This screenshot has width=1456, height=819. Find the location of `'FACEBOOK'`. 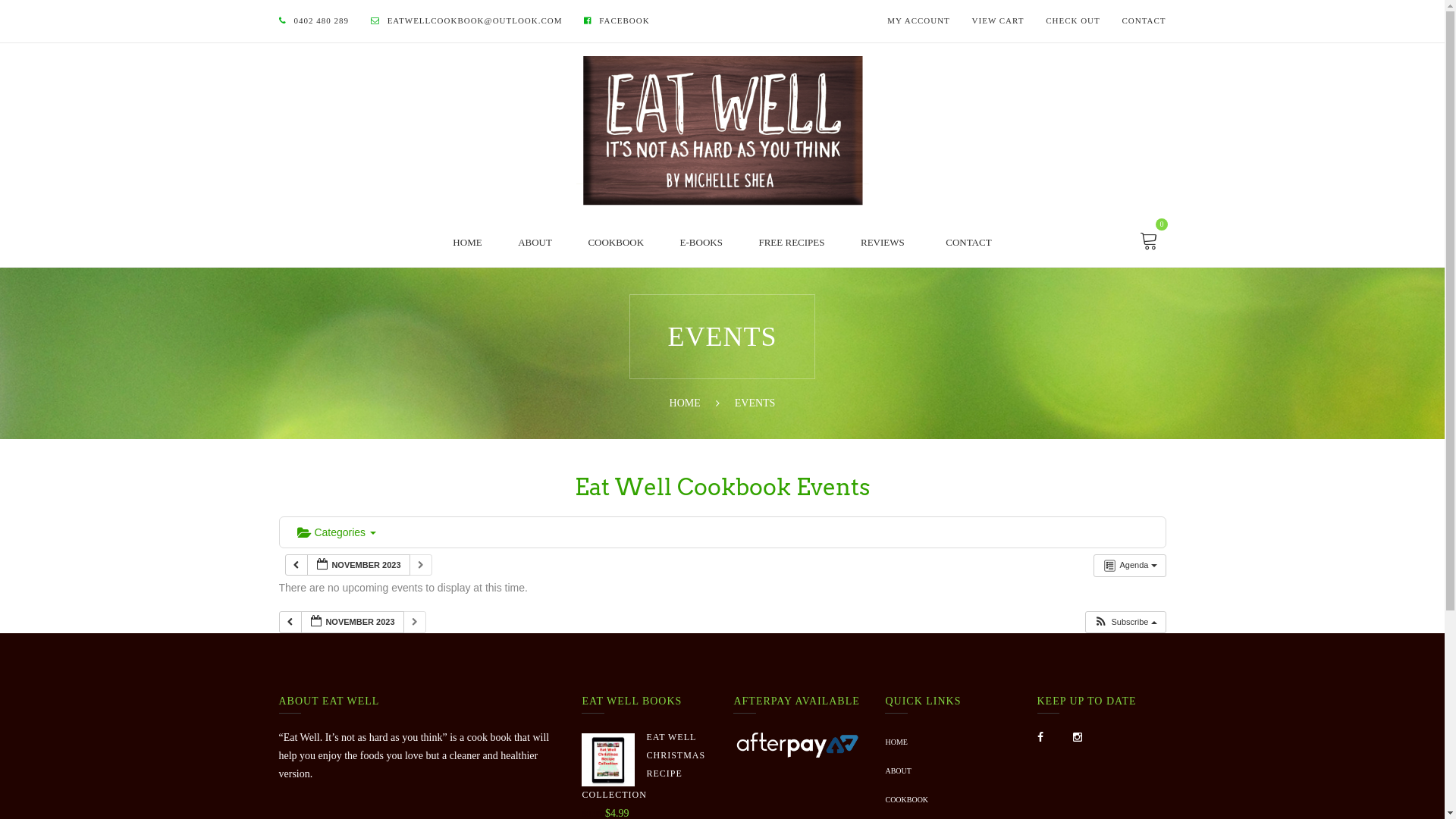

'FACEBOOK' is located at coordinates (623, 20).